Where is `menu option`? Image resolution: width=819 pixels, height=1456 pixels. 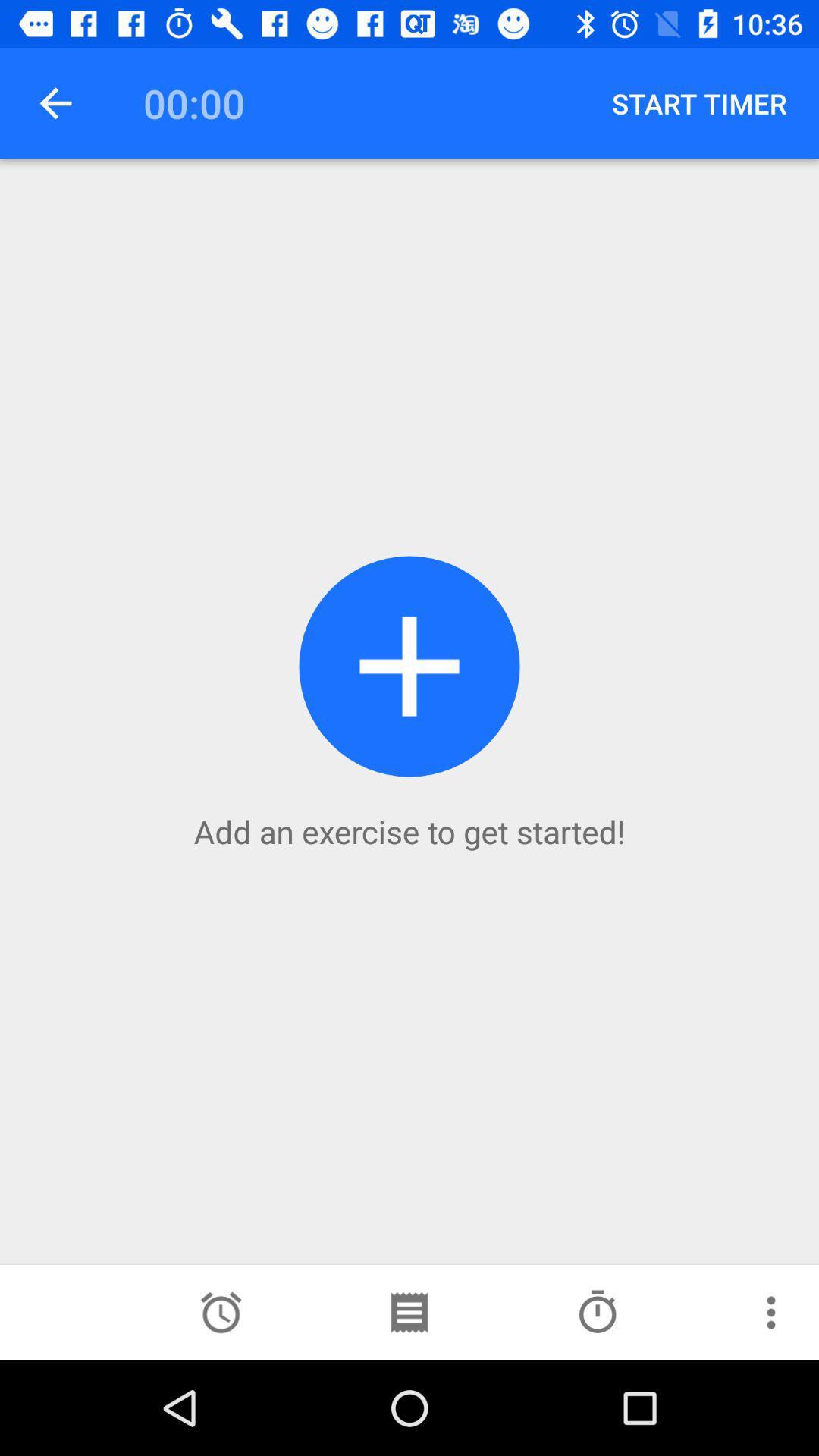
menu option is located at coordinates (771, 1312).